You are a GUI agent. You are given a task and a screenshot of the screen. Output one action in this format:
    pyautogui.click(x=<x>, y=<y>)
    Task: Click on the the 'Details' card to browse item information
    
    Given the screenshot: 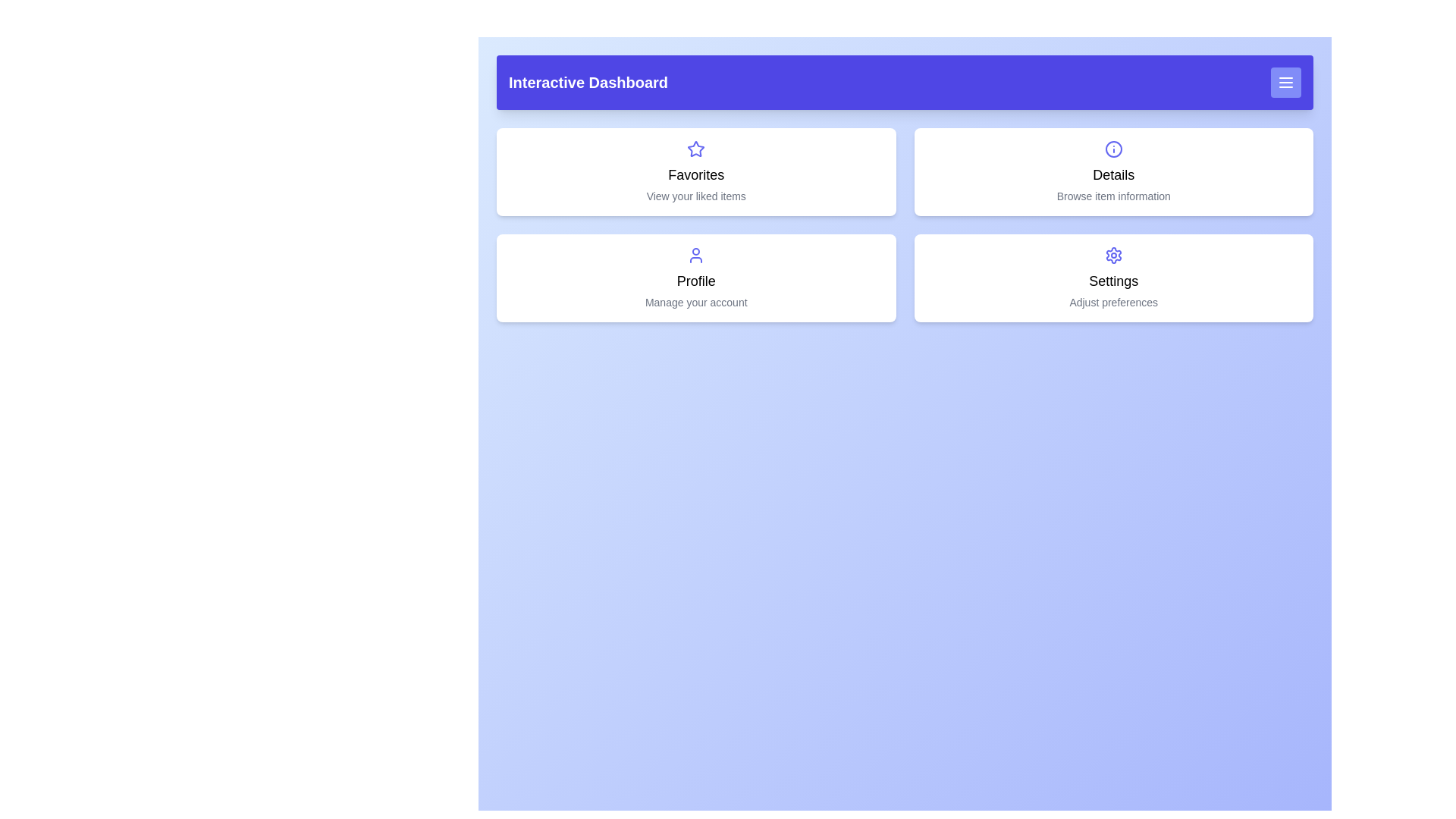 What is the action you would take?
    pyautogui.click(x=1113, y=171)
    